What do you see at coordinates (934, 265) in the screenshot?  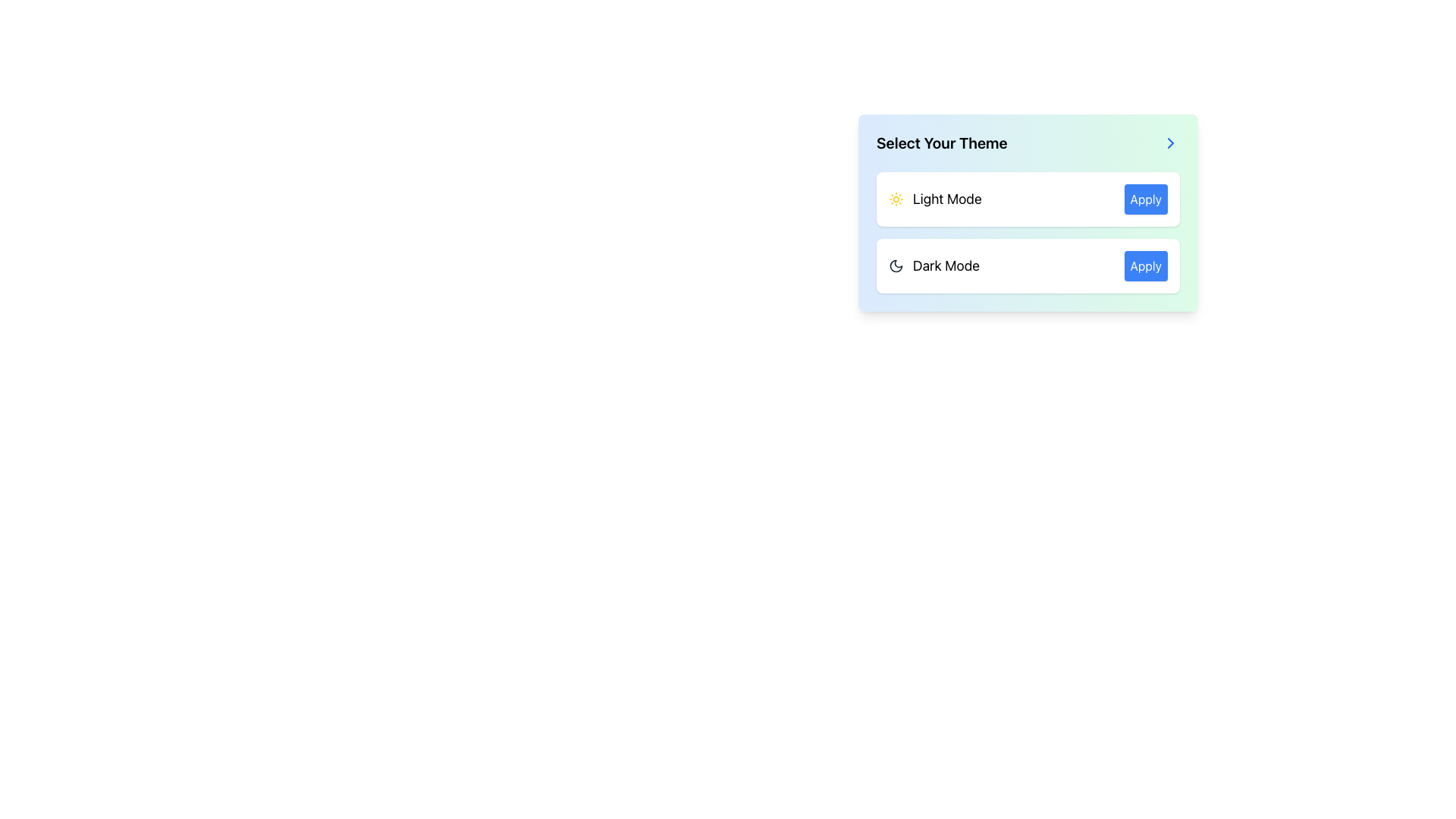 I see `the 'Dark Mode' Label with Icon, which features a crescent moon icon and is positioned below the 'Light Mode' element` at bounding box center [934, 265].